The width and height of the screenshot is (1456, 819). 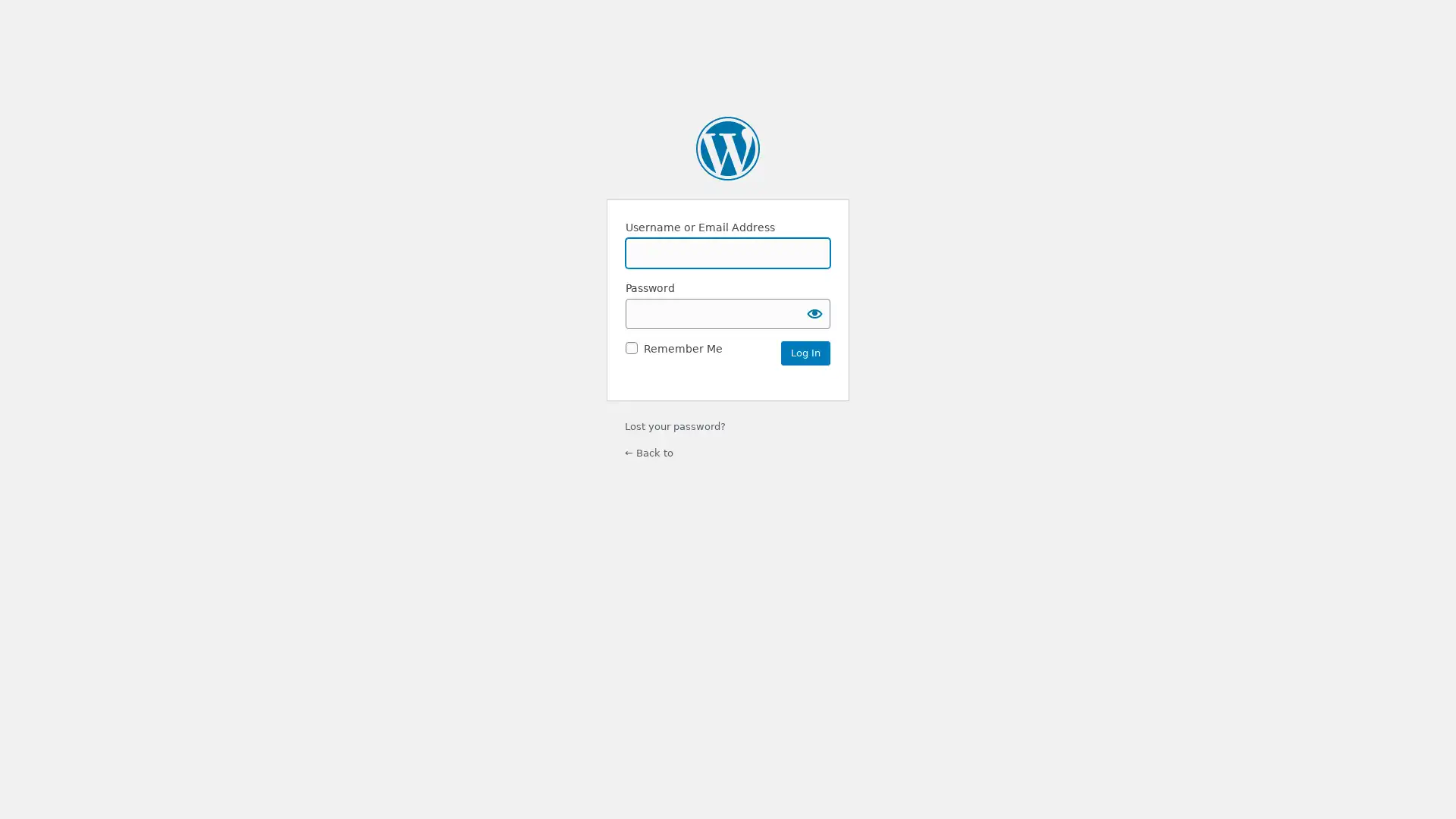 What do you see at coordinates (814, 312) in the screenshot?
I see `Show password` at bounding box center [814, 312].